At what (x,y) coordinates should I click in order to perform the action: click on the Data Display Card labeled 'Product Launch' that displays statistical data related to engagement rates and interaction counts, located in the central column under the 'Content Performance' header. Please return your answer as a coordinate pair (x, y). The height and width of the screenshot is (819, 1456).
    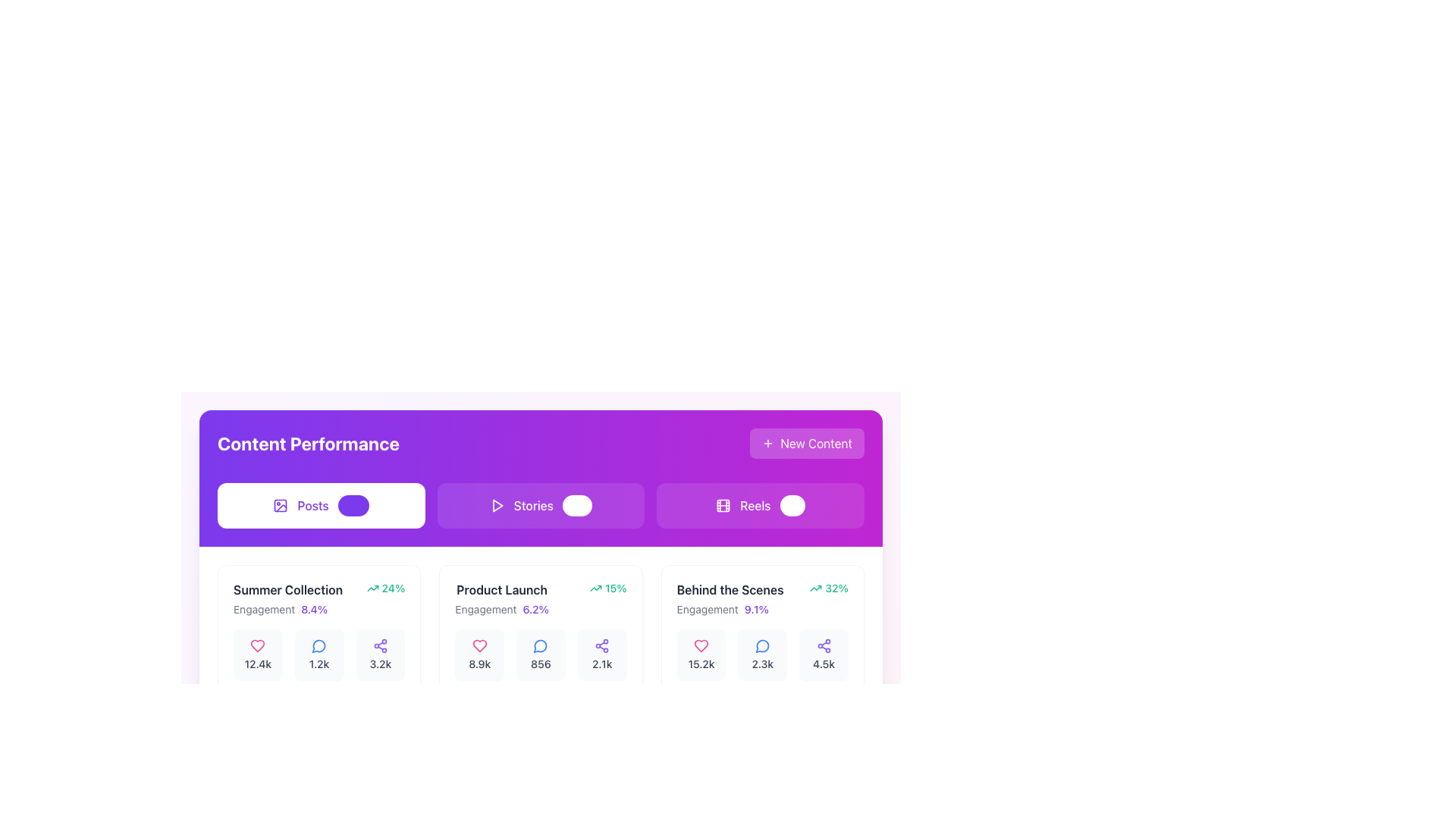
    Looking at the image, I should click on (541, 637).